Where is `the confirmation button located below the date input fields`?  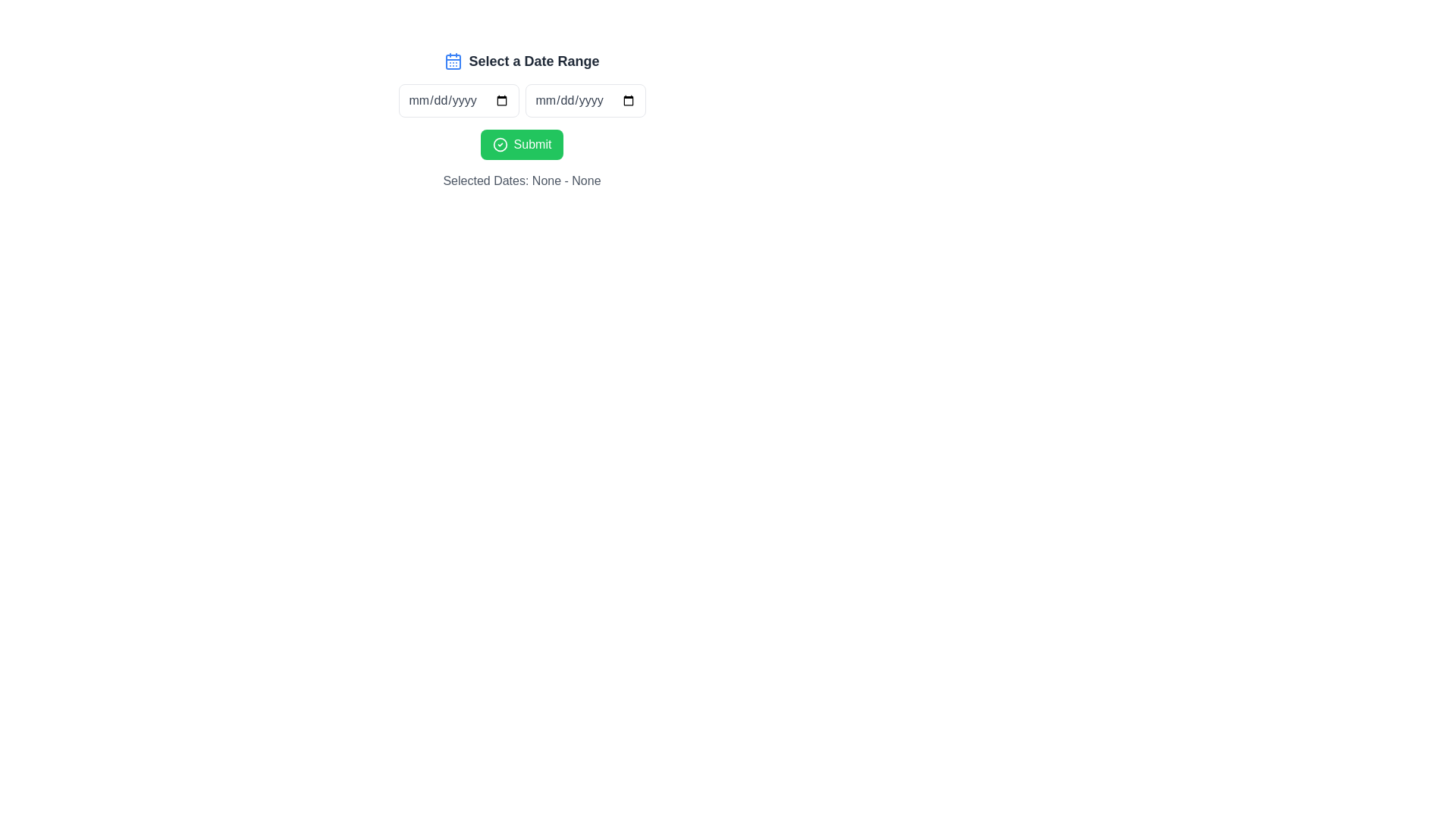 the confirmation button located below the date input fields is located at coordinates (522, 145).